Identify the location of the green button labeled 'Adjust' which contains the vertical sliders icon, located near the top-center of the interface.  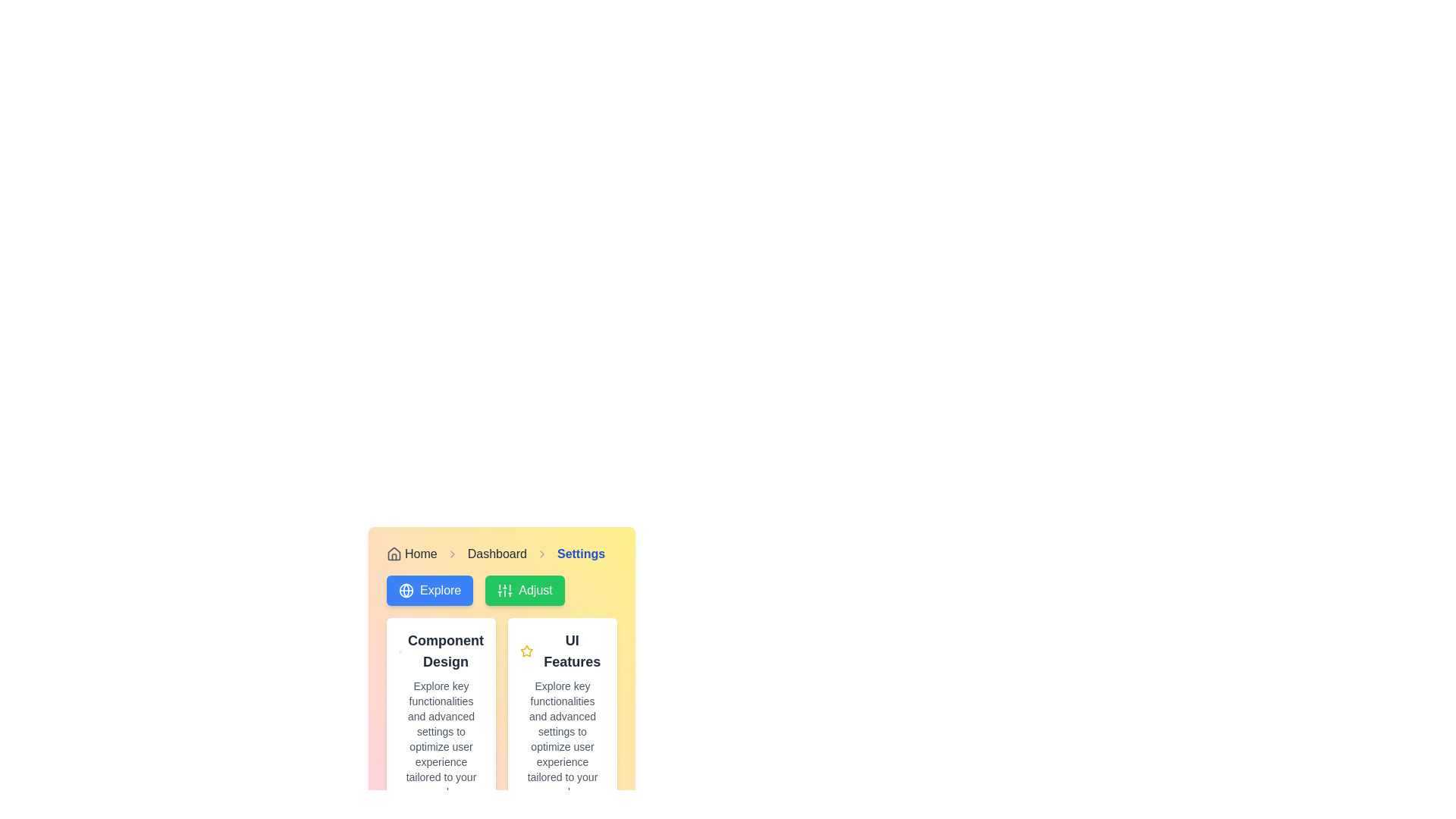
(505, 590).